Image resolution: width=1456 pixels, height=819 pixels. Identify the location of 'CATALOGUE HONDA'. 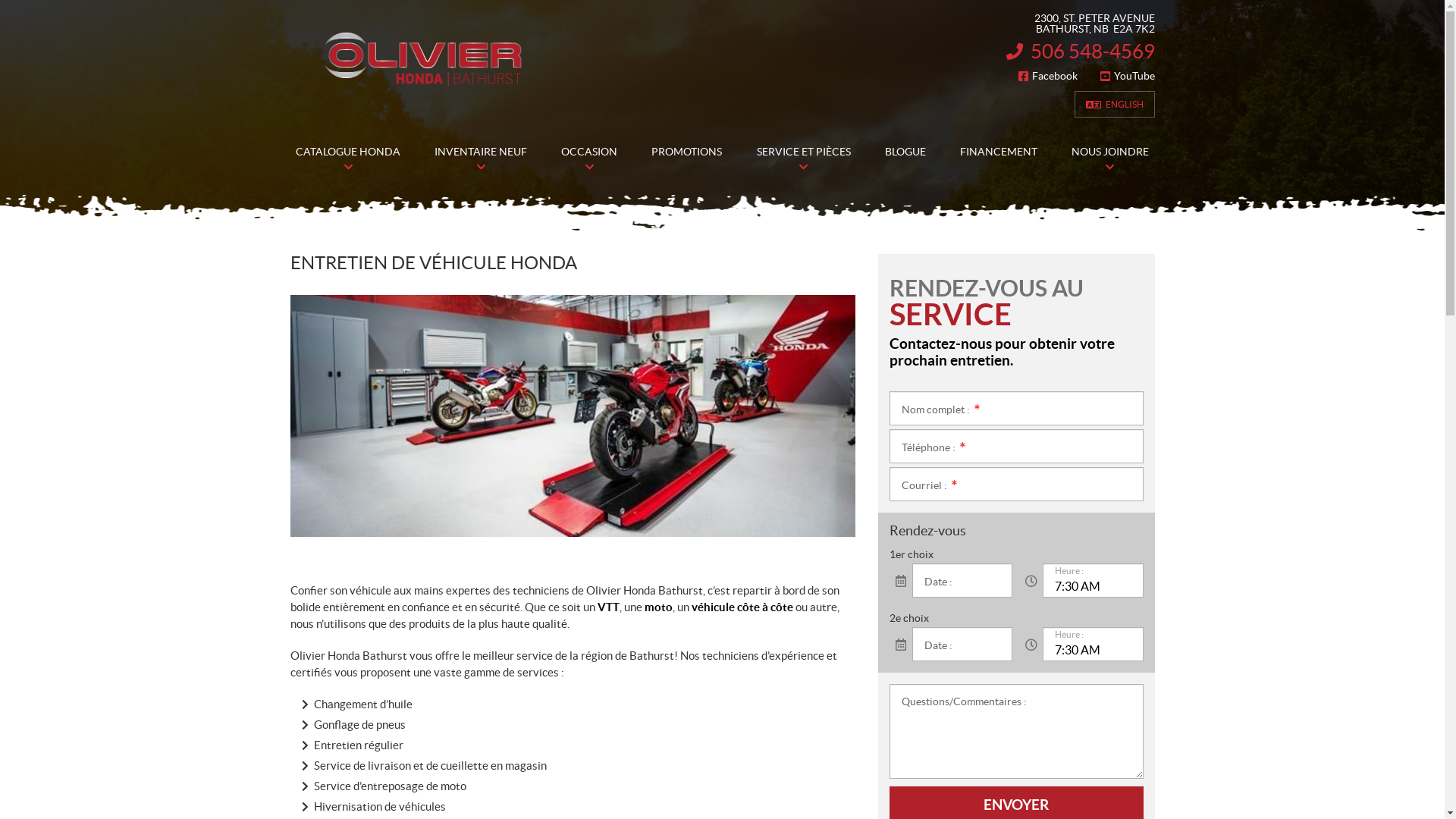
(347, 152).